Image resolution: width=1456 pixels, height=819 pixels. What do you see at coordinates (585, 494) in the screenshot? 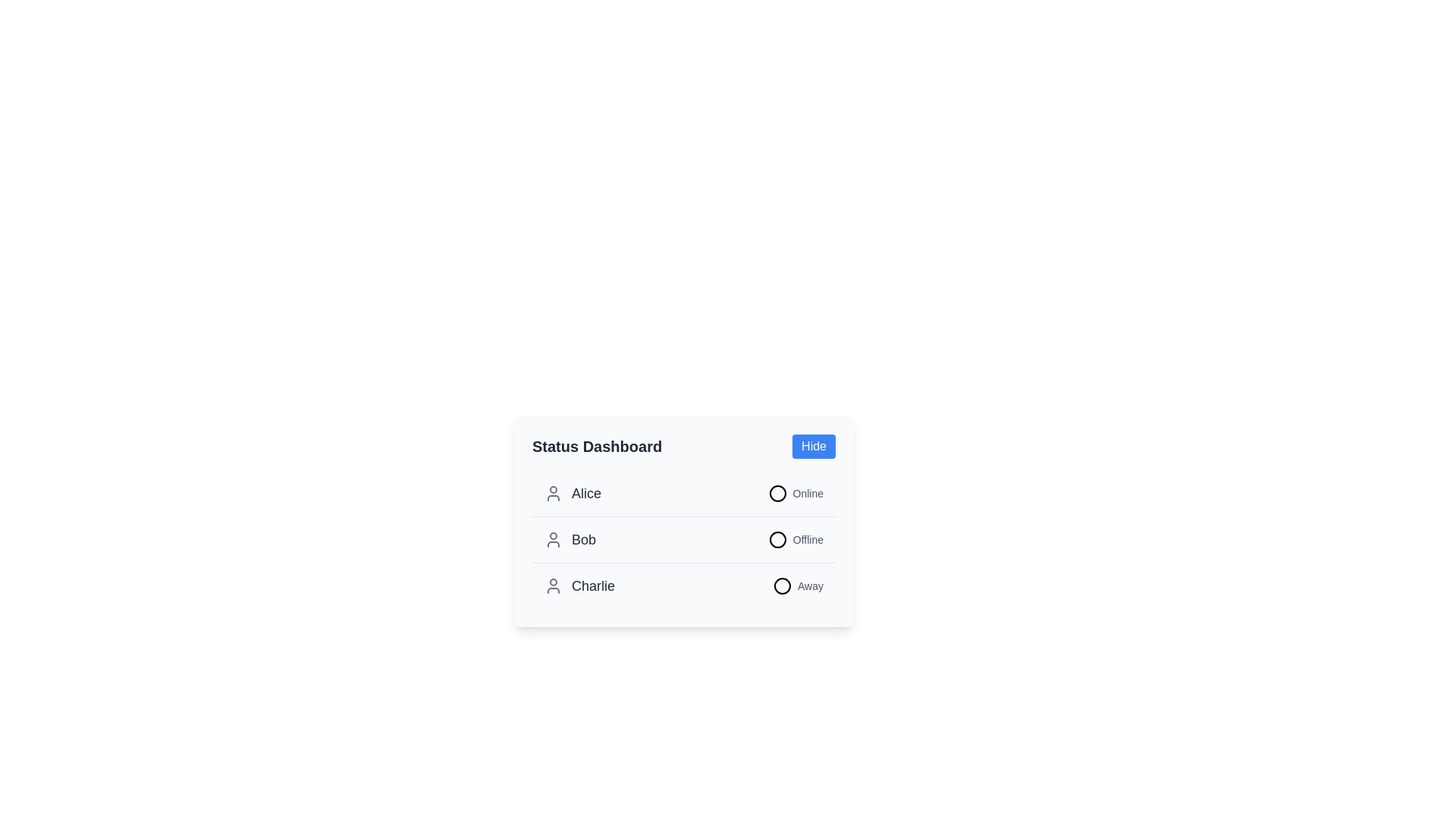
I see `the text element displaying the name 'Alice'` at bounding box center [585, 494].